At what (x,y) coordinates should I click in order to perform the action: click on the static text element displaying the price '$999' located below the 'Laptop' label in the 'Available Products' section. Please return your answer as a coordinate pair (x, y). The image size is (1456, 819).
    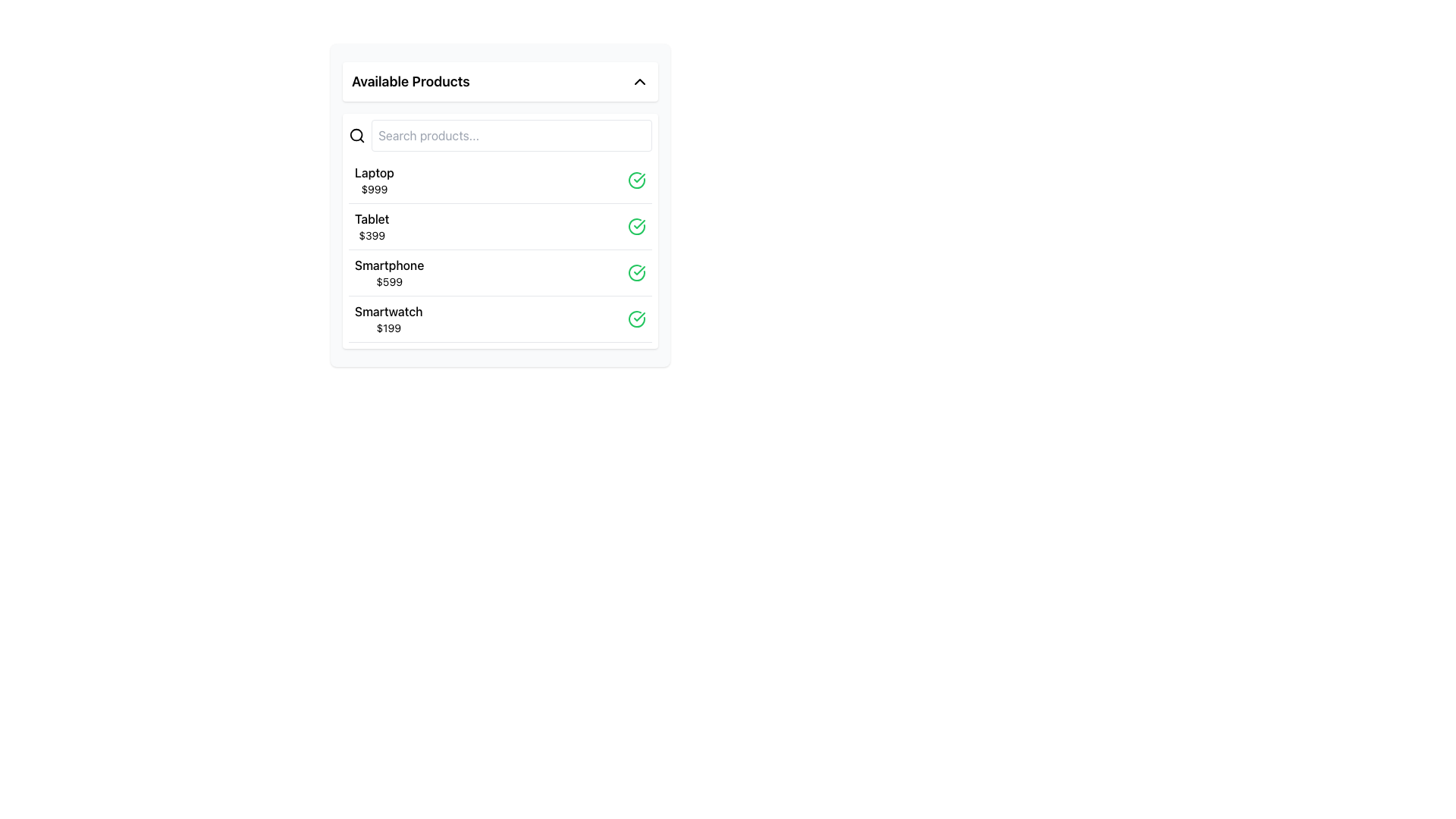
    Looking at the image, I should click on (375, 189).